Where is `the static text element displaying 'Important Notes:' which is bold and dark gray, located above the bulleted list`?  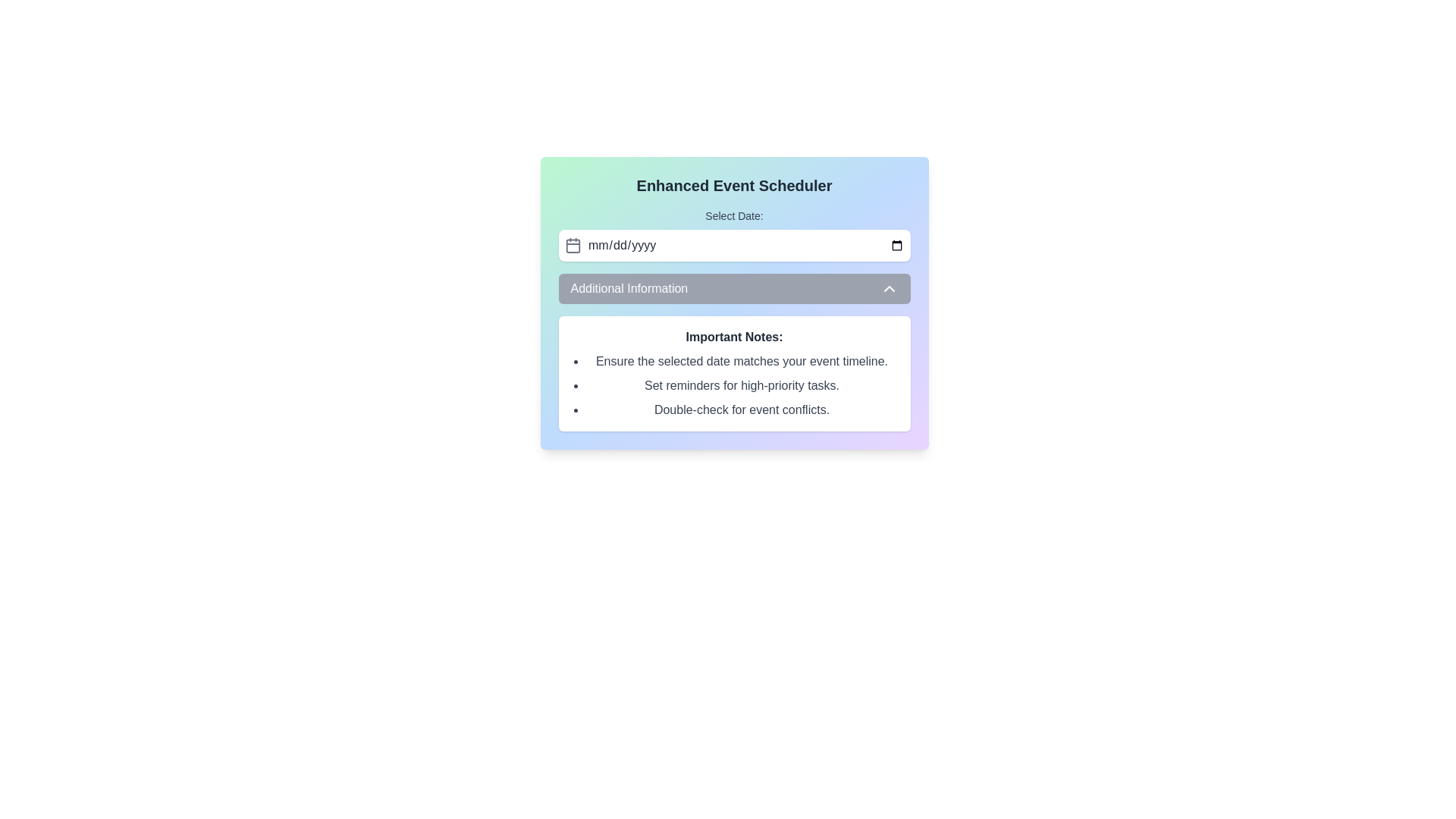 the static text element displaying 'Important Notes:' which is bold and dark gray, located above the bulleted list is located at coordinates (734, 336).